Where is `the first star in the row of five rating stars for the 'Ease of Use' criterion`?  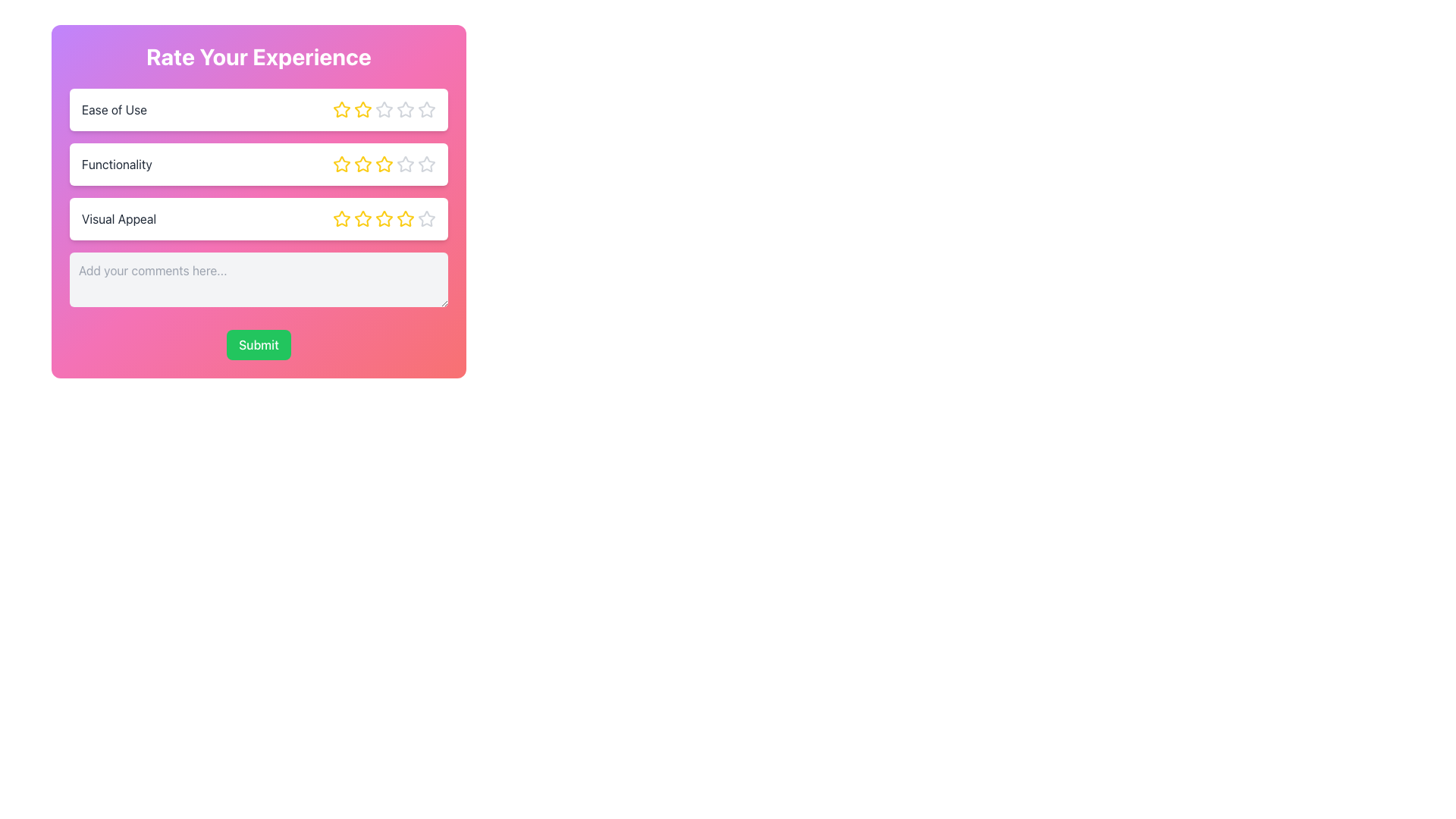
the first star in the row of five rating stars for the 'Ease of Use' criterion is located at coordinates (340, 108).